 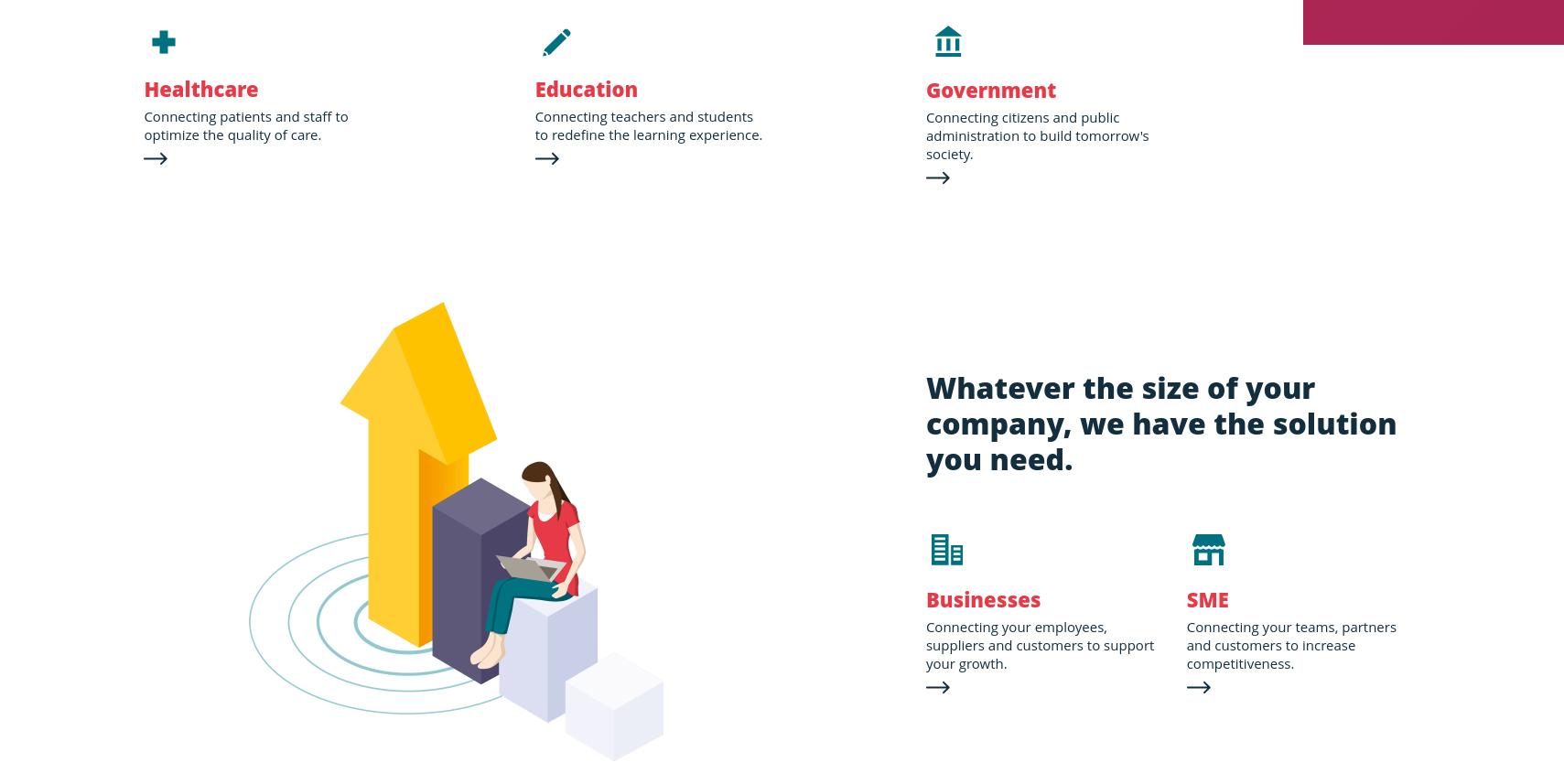 What do you see at coordinates (647, 124) in the screenshot?
I see `'Connecting teachers and students to redefine the learning experience.'` at bounding box center [647, 124].